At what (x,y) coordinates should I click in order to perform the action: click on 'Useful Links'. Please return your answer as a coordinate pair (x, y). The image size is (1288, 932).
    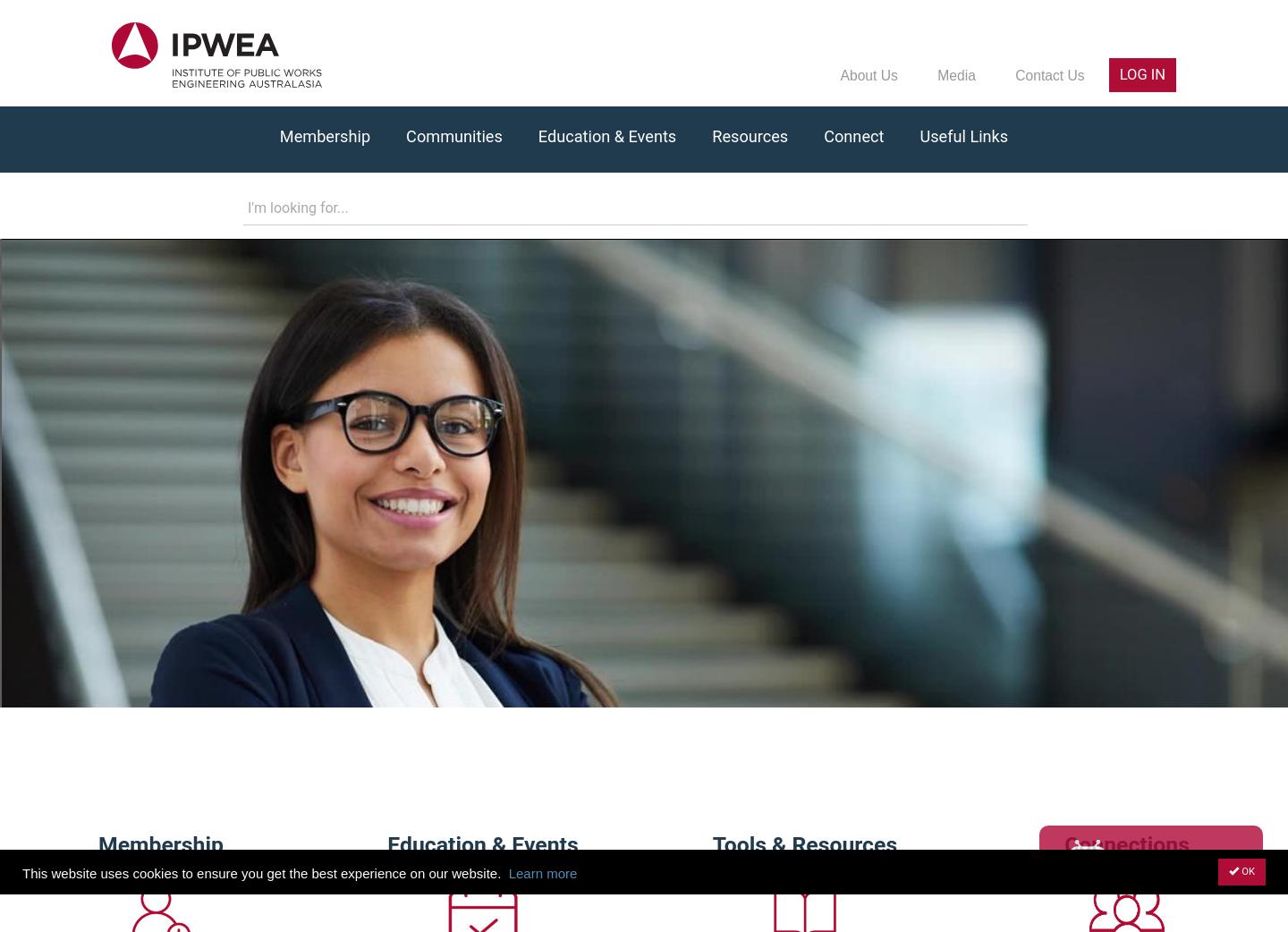
    Looking at the image, I should click on (919, 136).